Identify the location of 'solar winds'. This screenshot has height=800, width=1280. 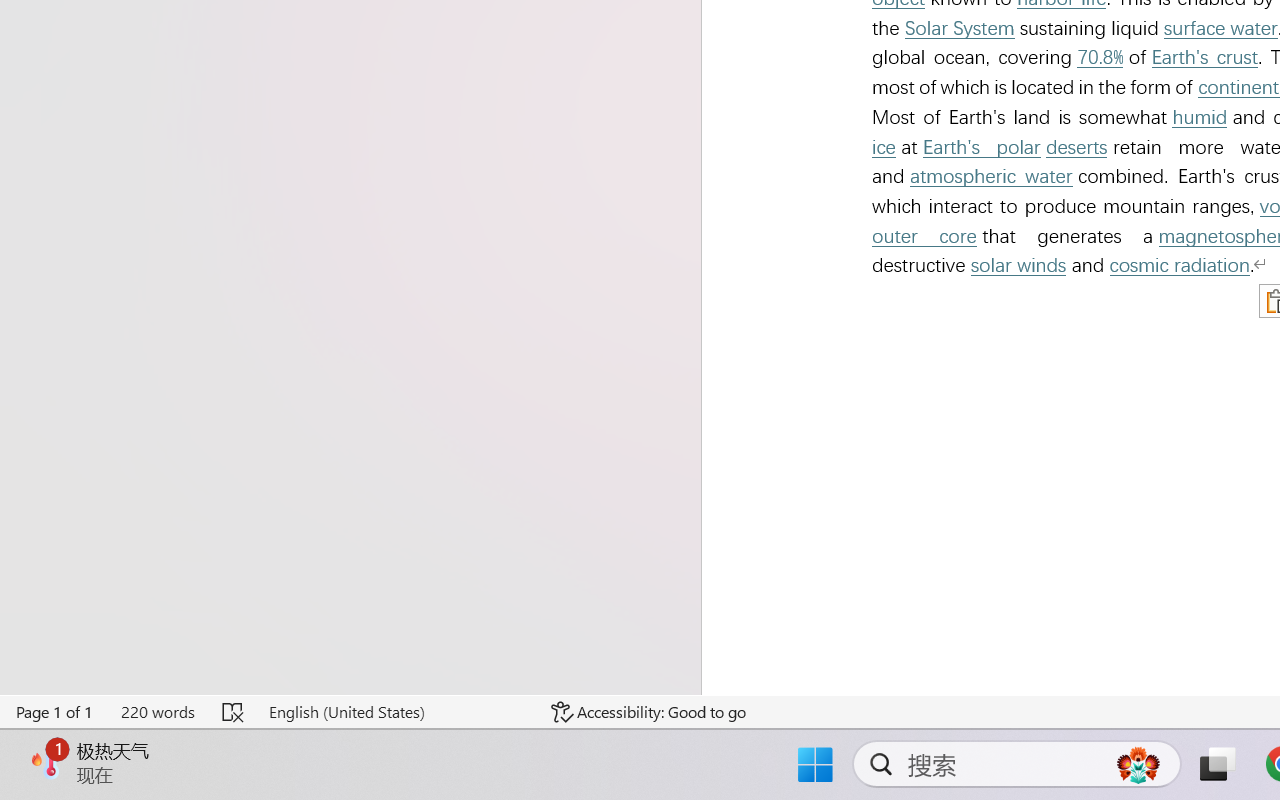
(1018, 264).